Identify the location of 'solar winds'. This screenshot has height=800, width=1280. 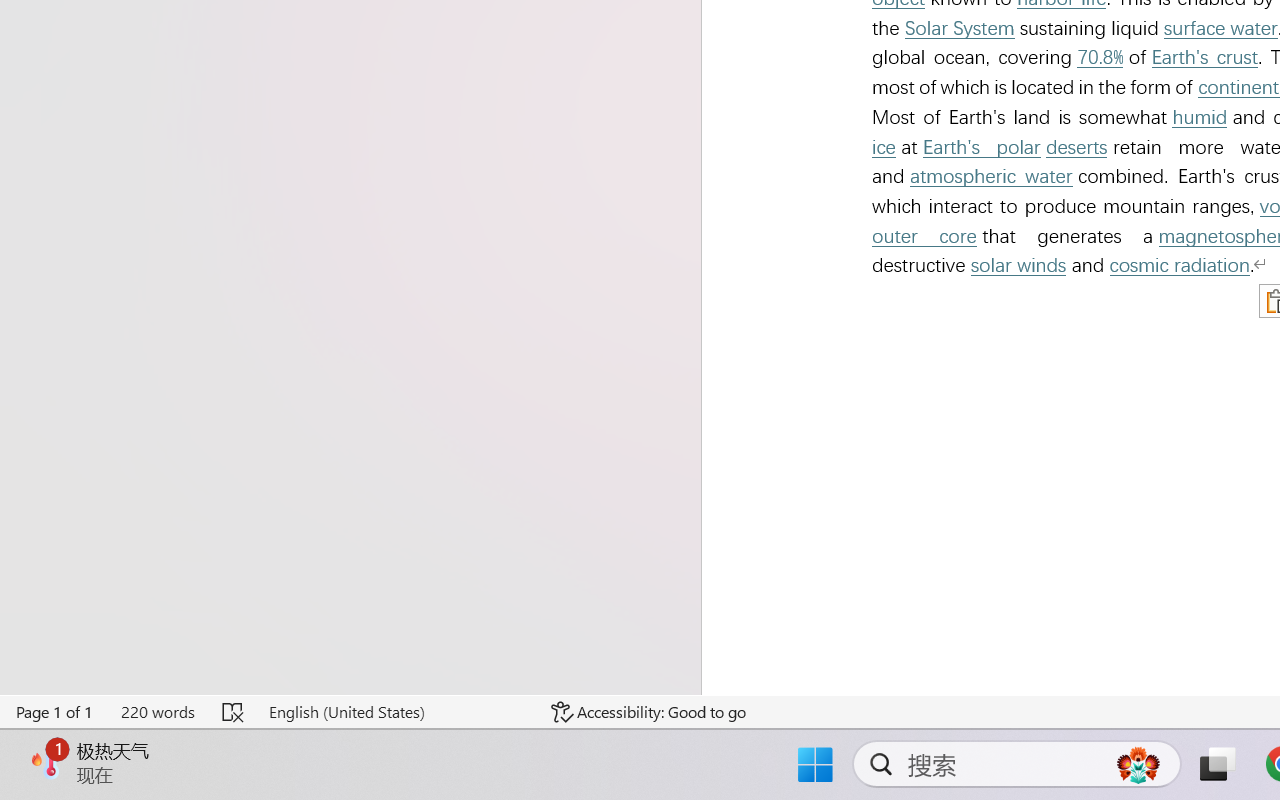
(1018, 264).